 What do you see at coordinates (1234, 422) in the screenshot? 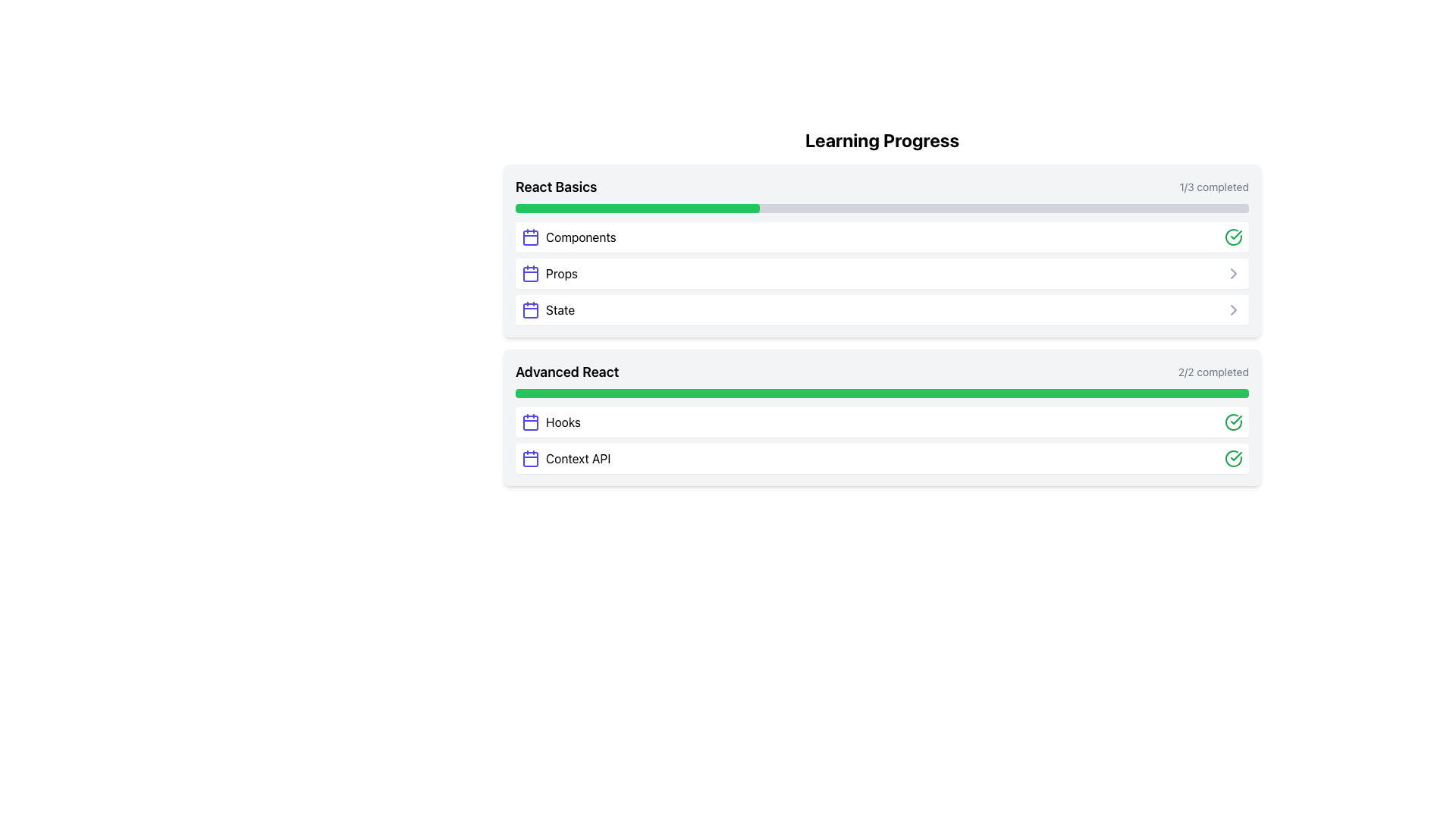
I see `the completion icon located to the right of the 'Hooks' label in the 'Advanced React' section, indicating that the Hooks module is completed` at bounding box center [1234, 422].